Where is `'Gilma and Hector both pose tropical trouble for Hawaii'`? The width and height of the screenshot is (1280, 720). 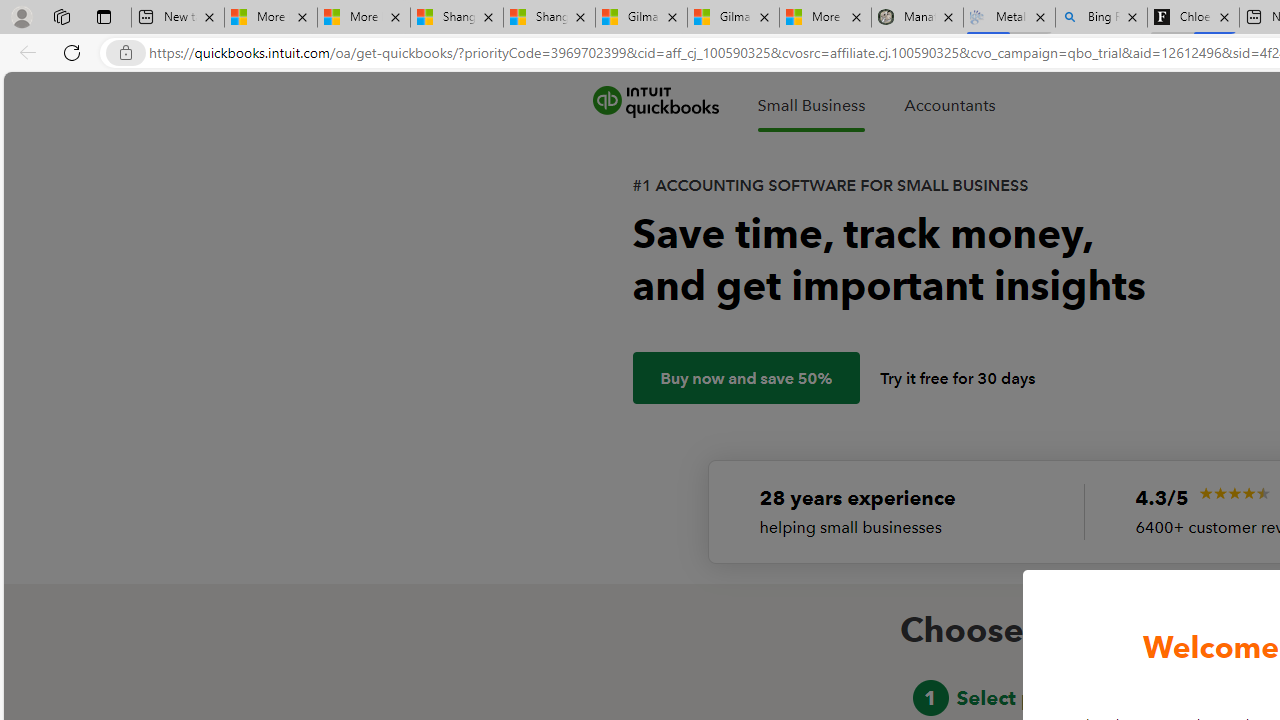 'Gilma and Hector both pose tropical trouble for Hawaii' is located at coordinates (732, 17).